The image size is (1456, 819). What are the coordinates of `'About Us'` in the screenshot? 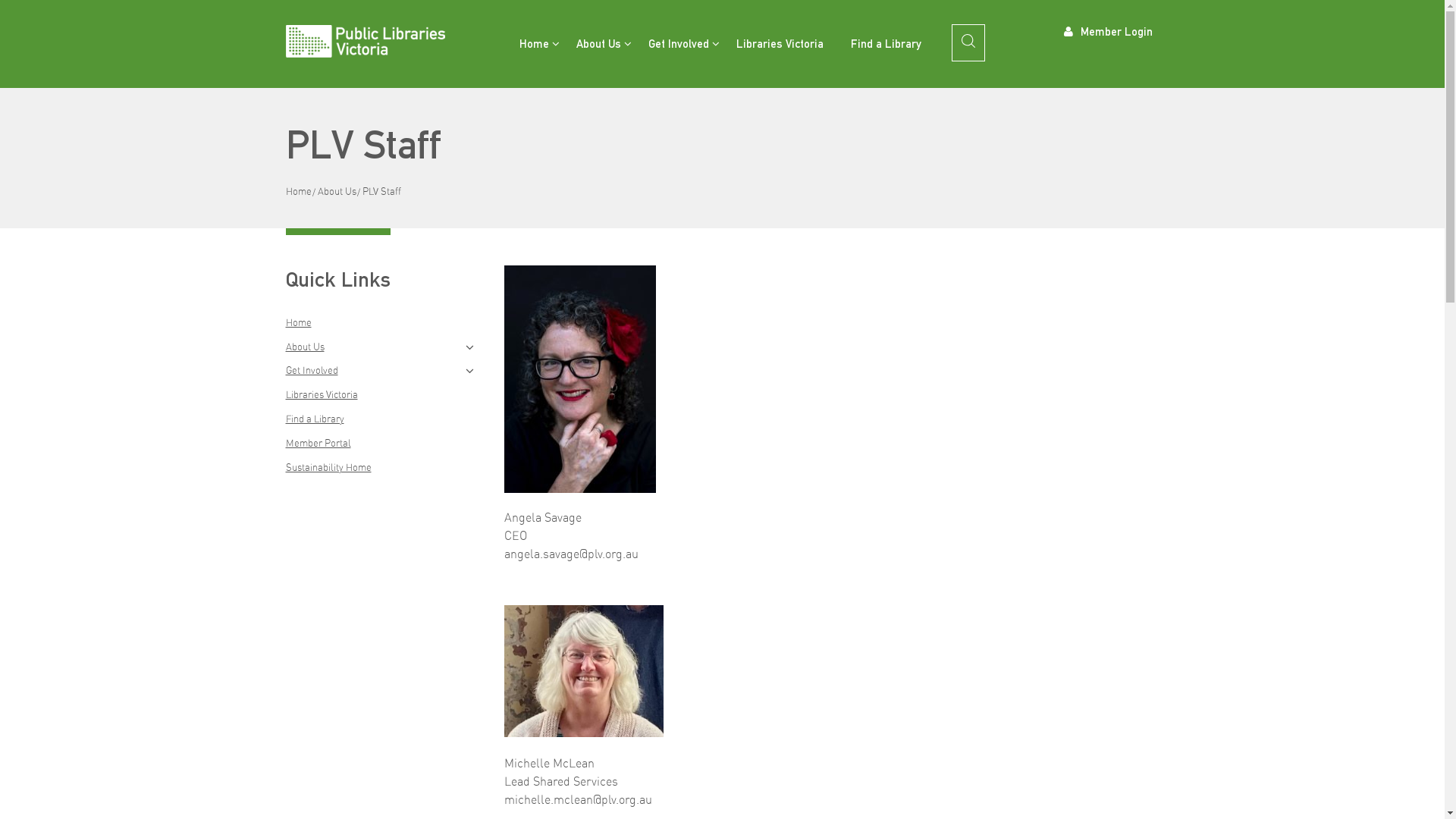 It's located at (303, 346).